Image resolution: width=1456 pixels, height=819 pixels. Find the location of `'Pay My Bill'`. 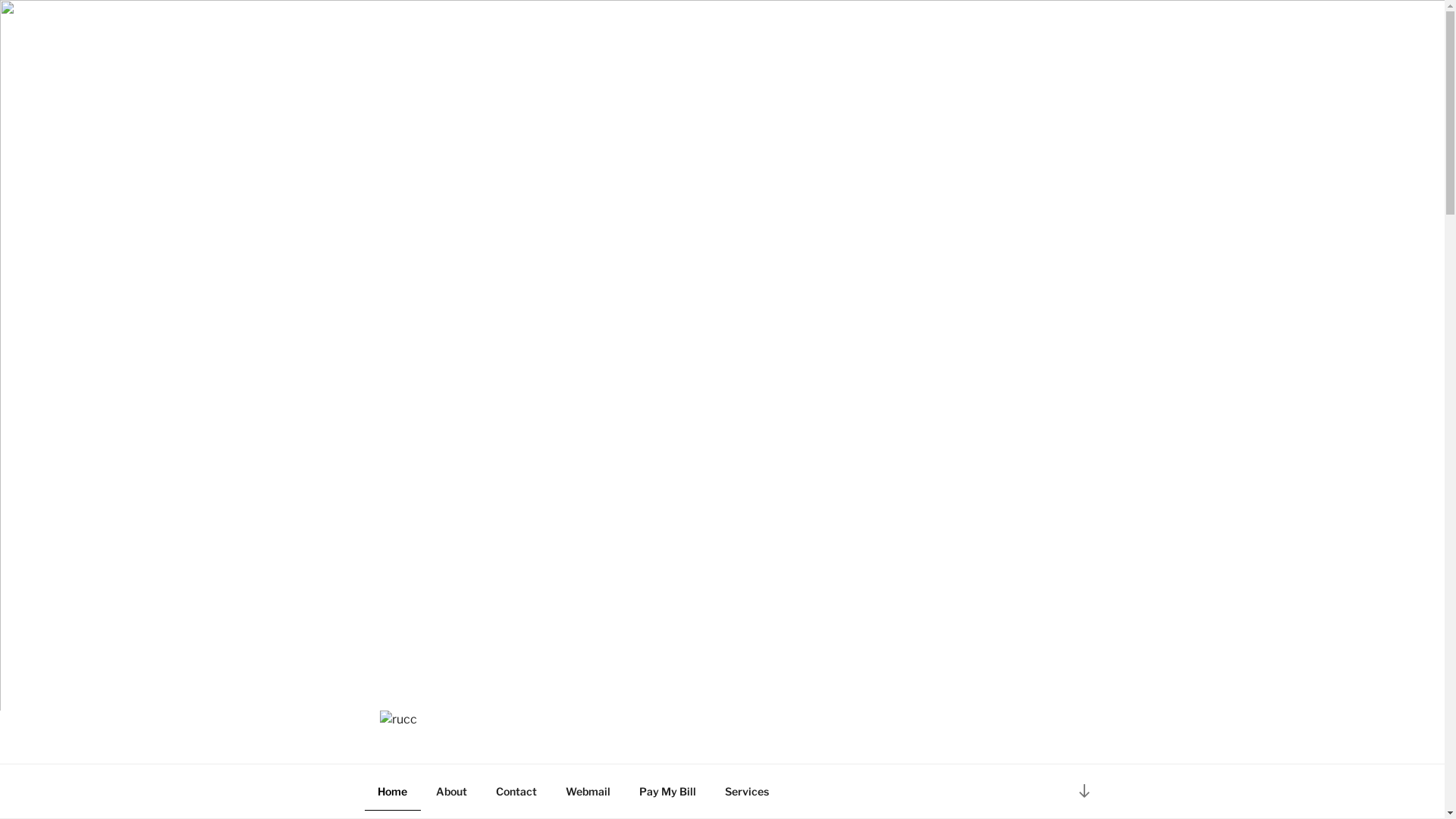

'Pay My Bill' is located at coordinates (667, 789).